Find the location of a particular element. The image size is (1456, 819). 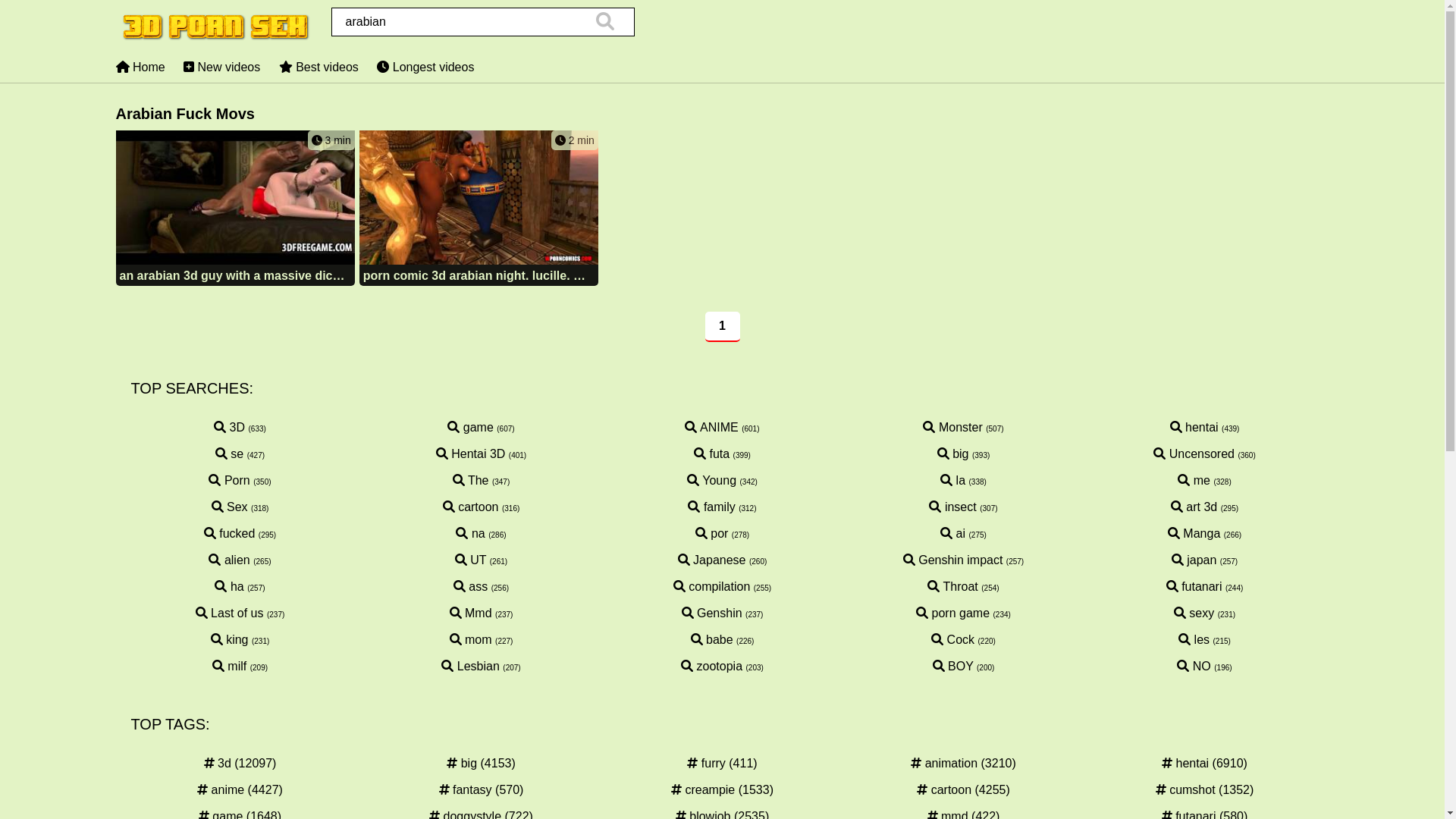

'UT' is located at coordinates (454, 560).